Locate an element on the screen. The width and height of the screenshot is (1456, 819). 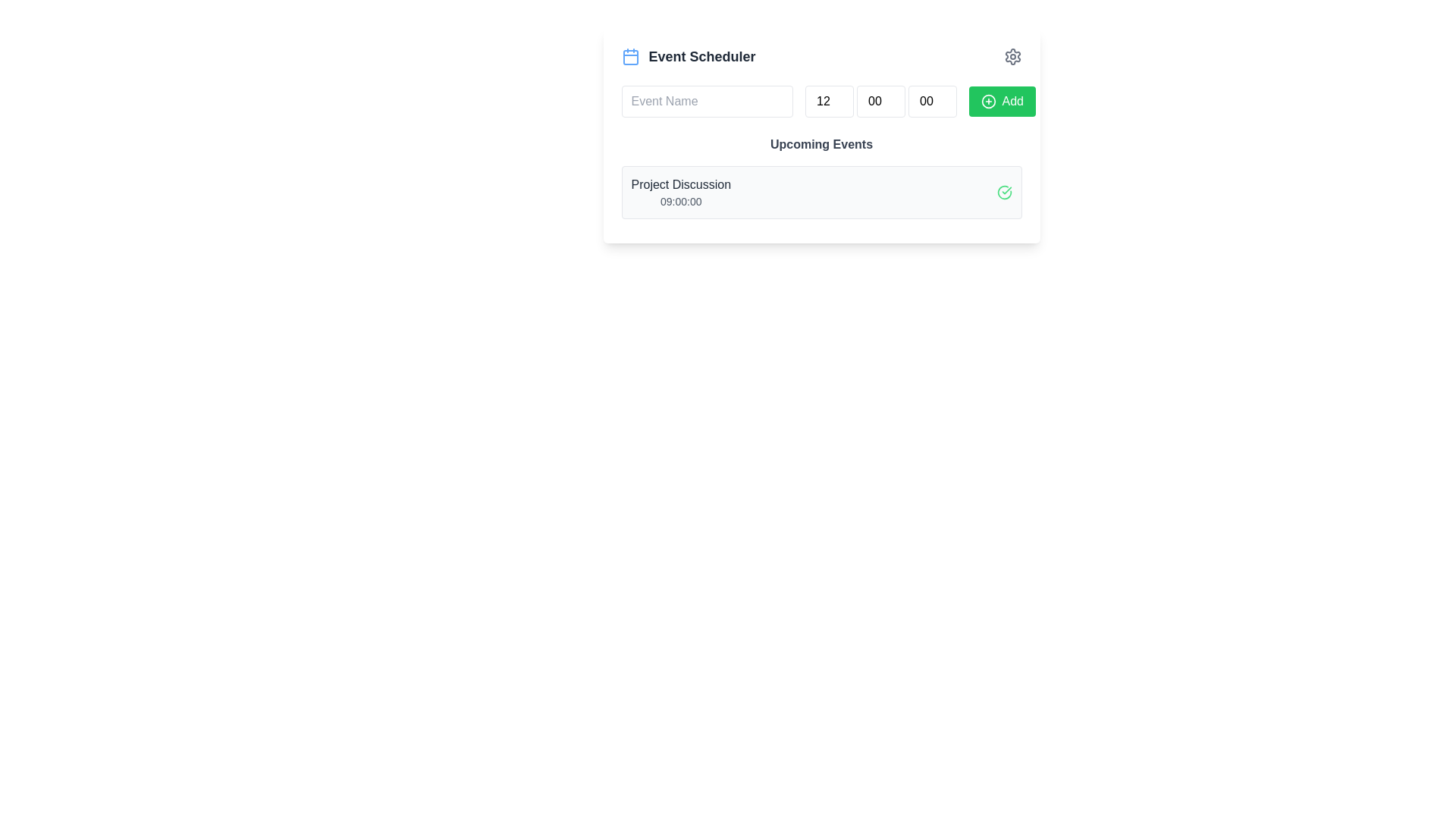
the blue calendar icon located to the left of the 'Event Scheduler' text in the main header of the interface is located at coordinates (630, 55).